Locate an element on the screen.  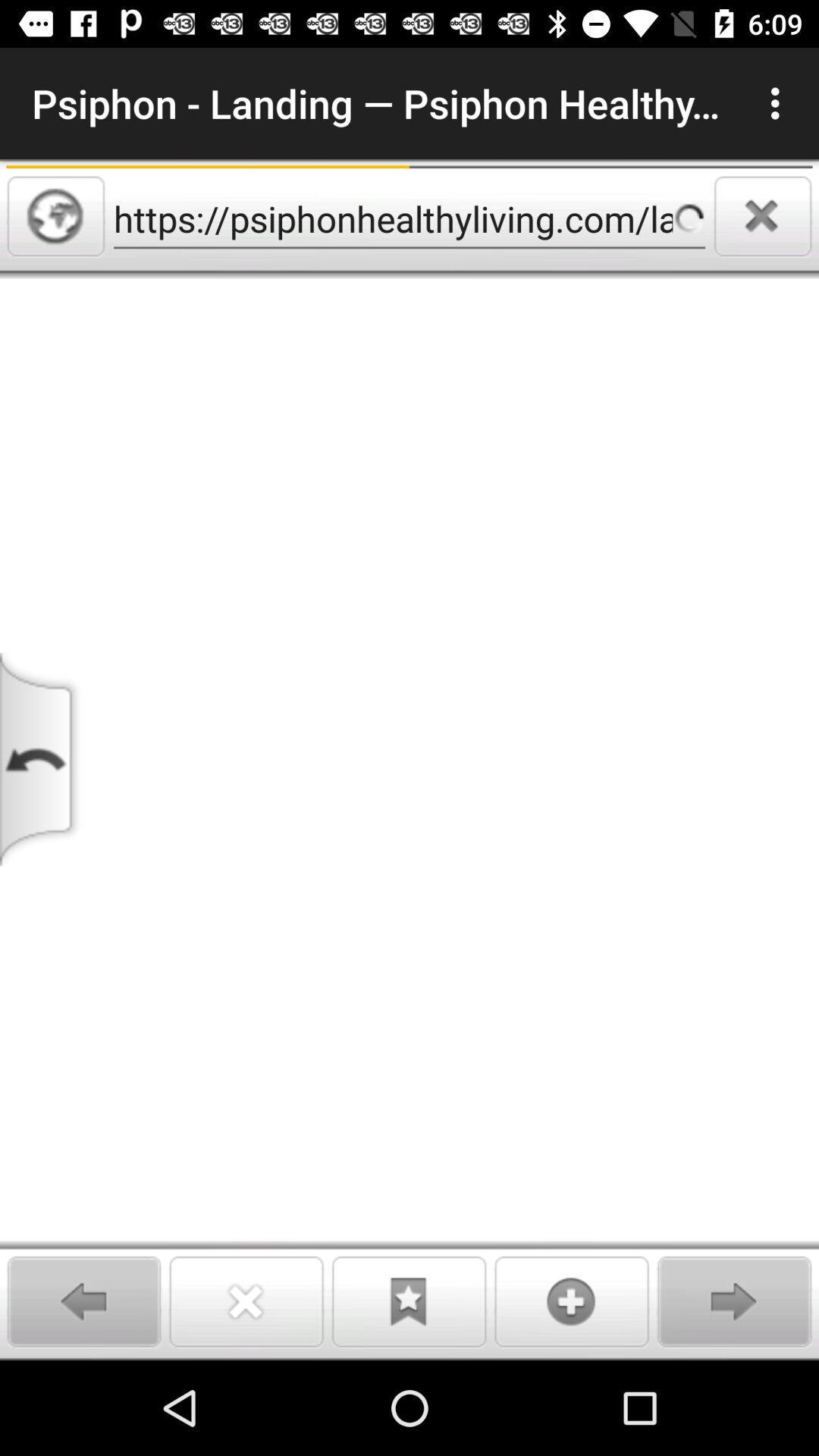
search browser is located at coordinates (55, 215).